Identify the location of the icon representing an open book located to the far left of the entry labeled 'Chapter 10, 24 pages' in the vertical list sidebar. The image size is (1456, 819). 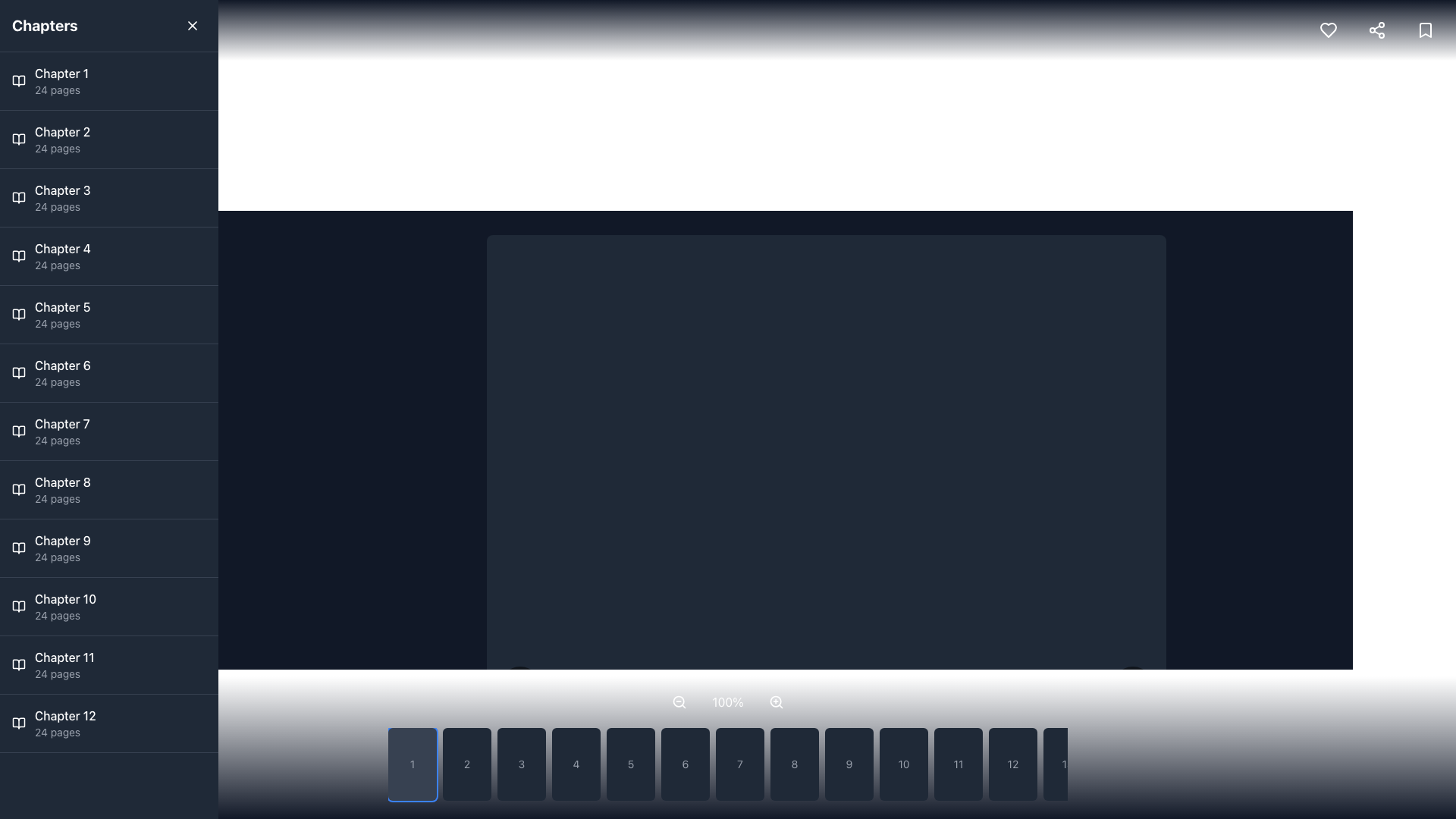
(18, 605).